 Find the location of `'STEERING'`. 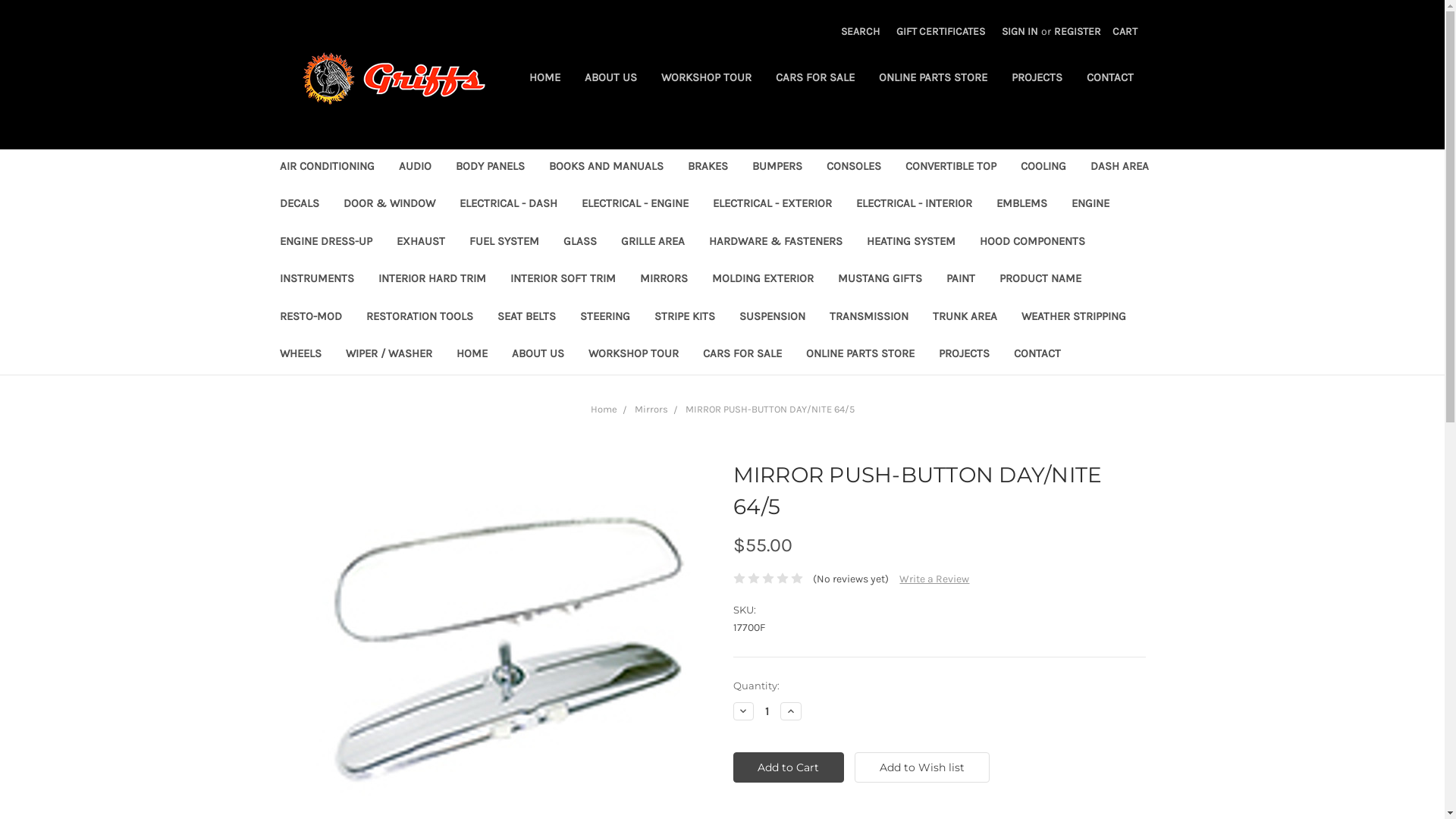

'STEERING' is located at coordinates (566, 317).